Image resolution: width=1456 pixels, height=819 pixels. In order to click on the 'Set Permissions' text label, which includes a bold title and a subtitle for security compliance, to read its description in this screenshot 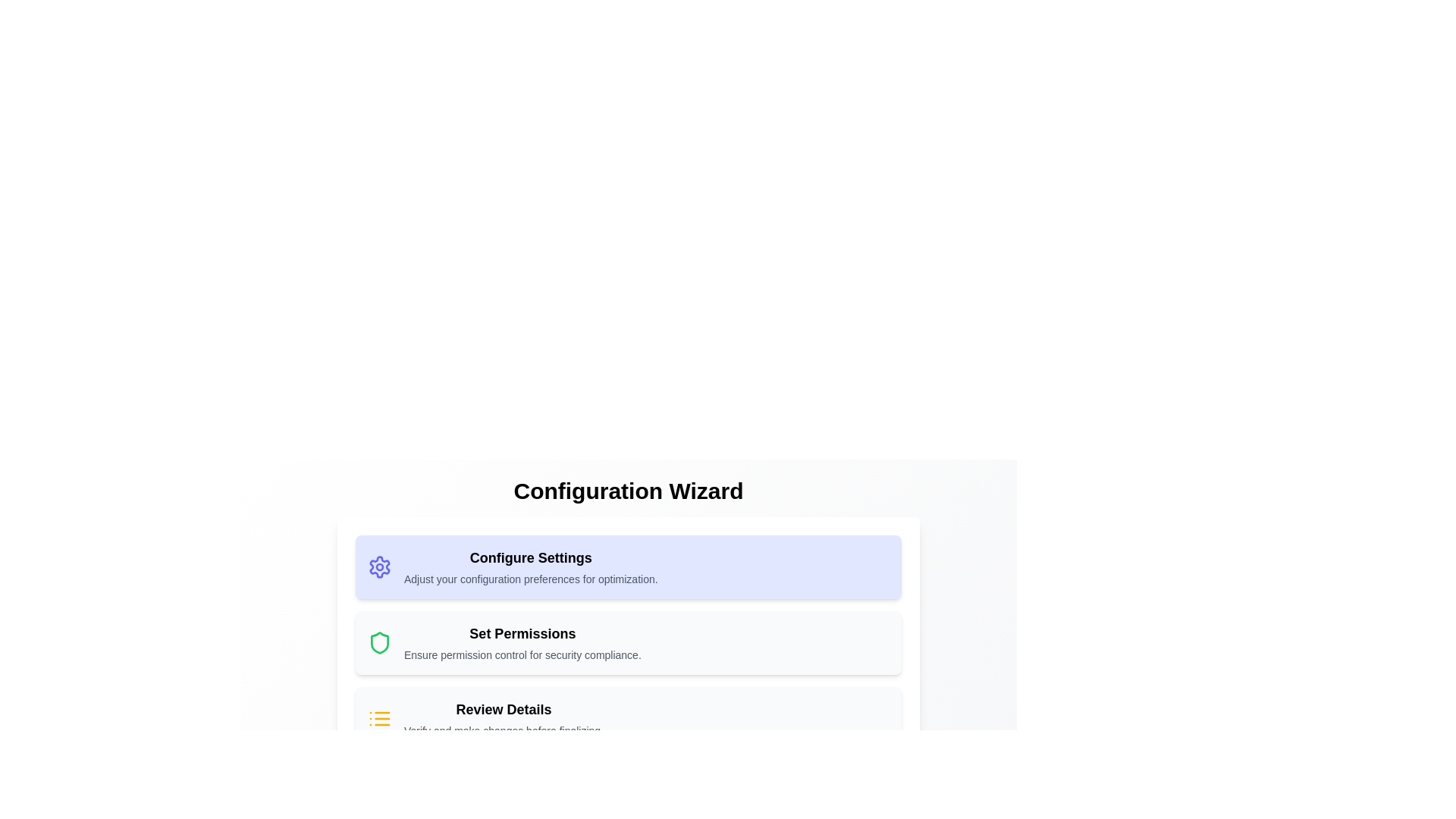, I will do `click(522, 643)`.